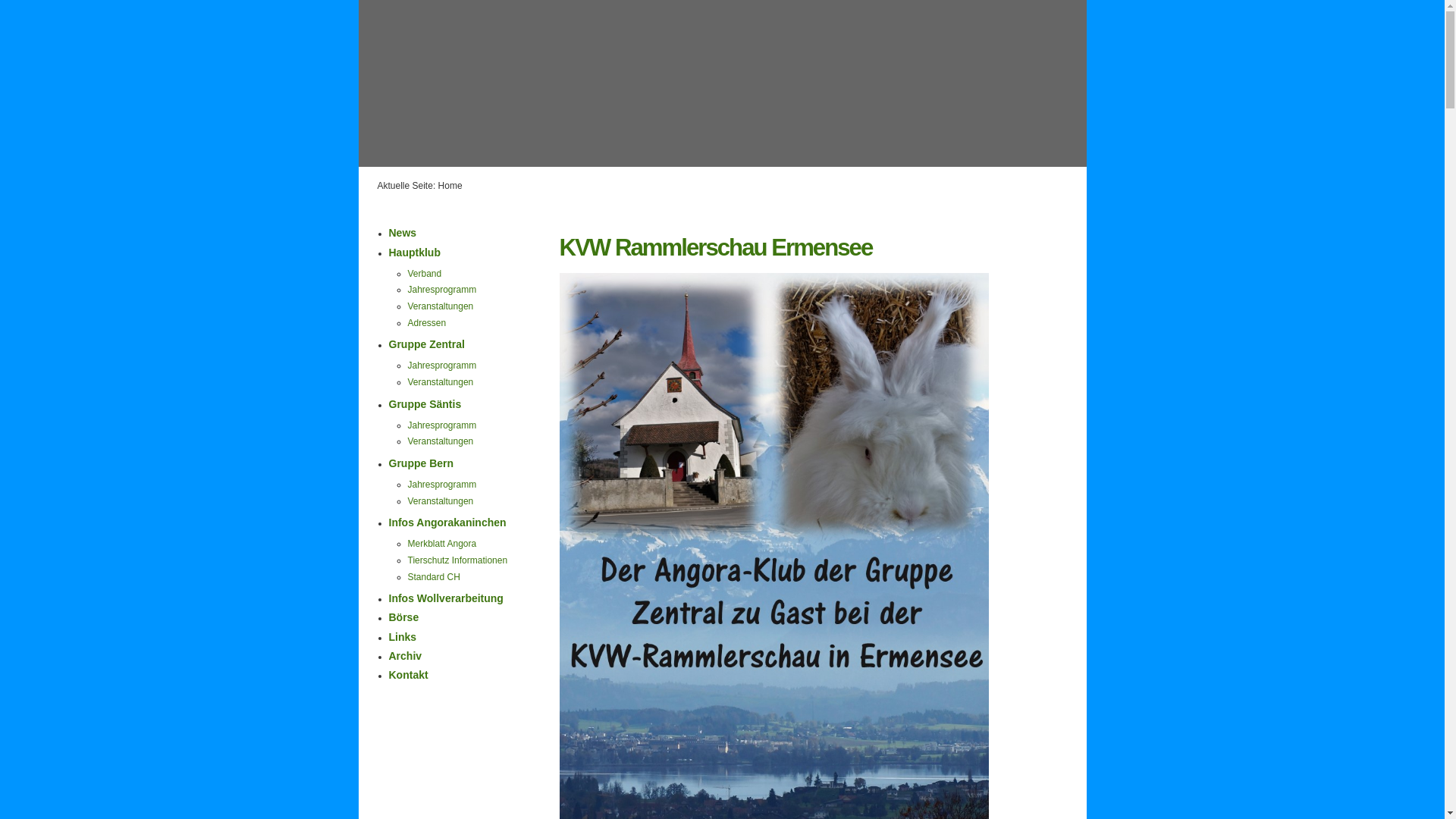 The height and width of the screenshot is (819, 1456). I want to click on 'Kontakt', so click(407, 674).